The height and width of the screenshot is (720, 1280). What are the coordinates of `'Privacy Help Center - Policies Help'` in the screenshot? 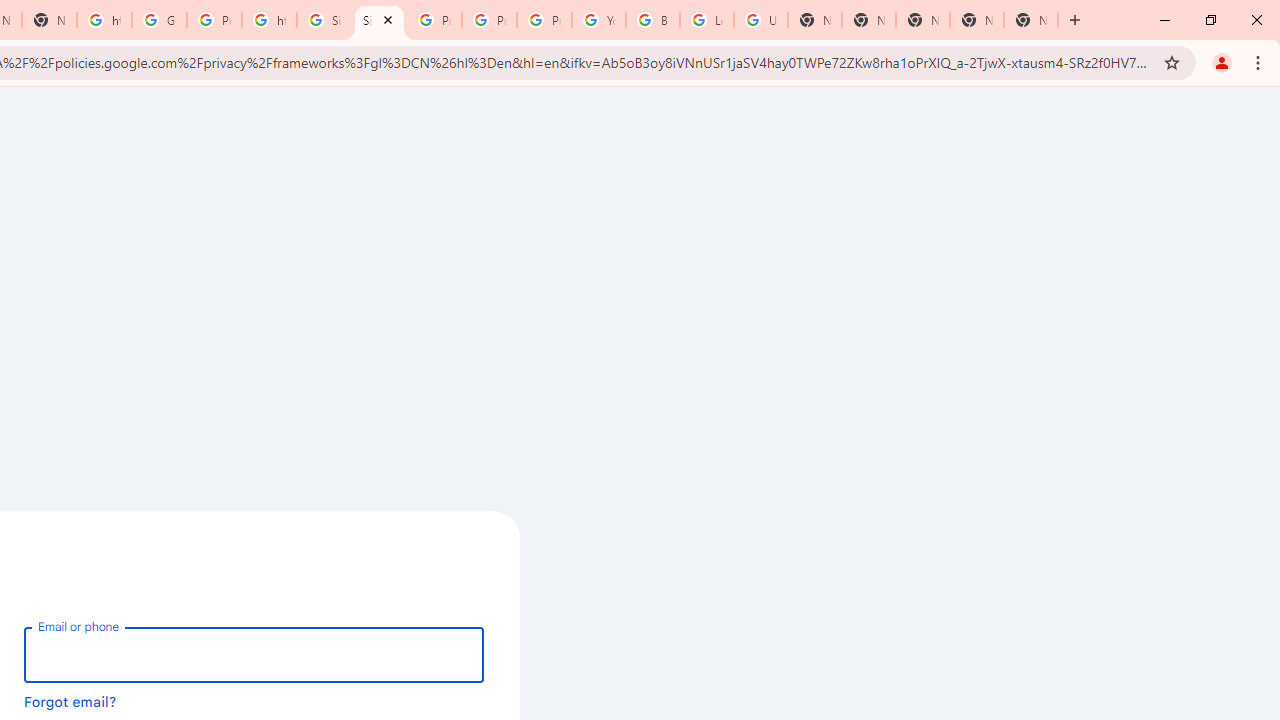 It's located at (433, 20).